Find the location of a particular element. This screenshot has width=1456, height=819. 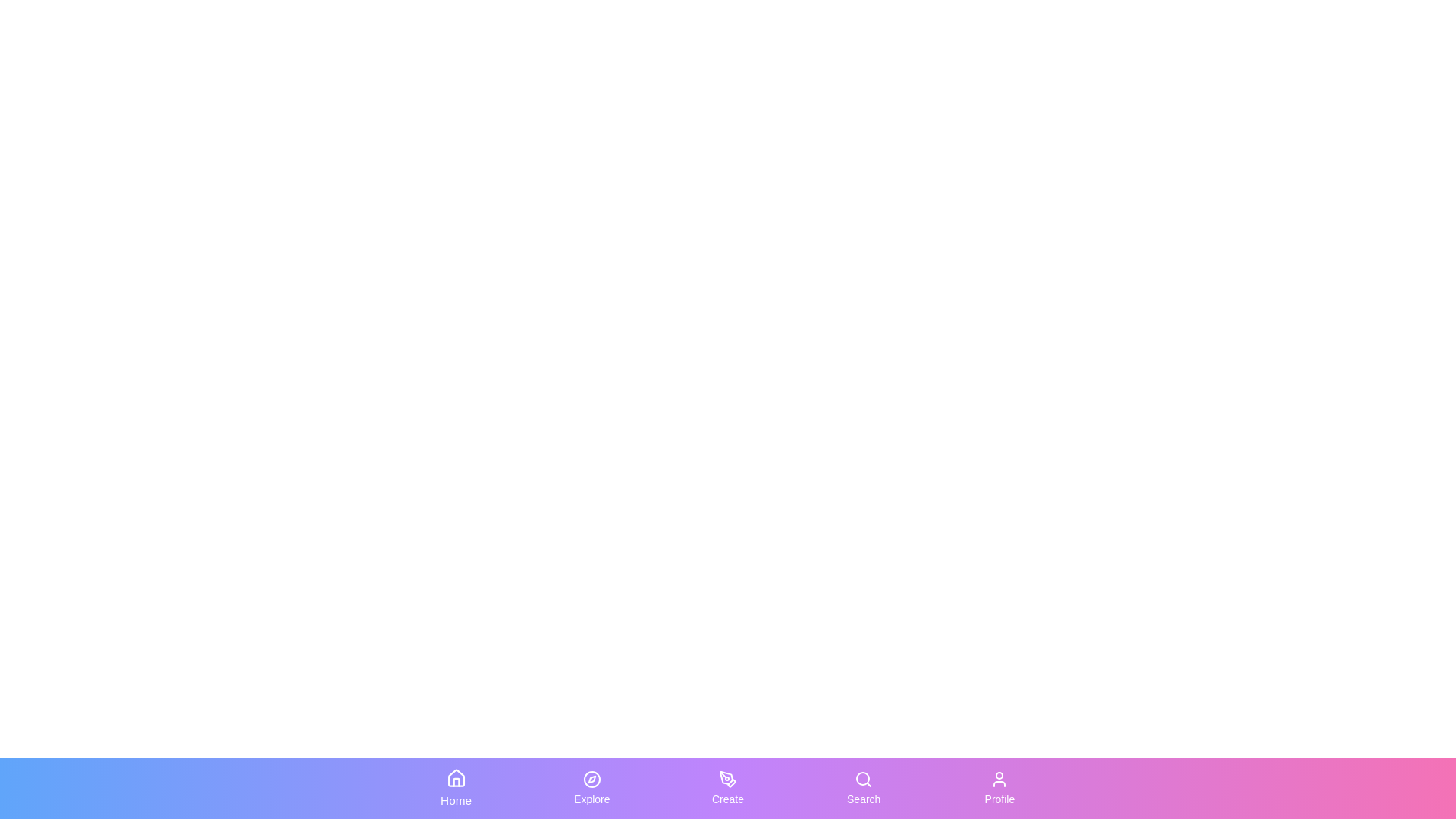

the Profile tab to switch to the corresponding section is located at coordinates (999, 788).